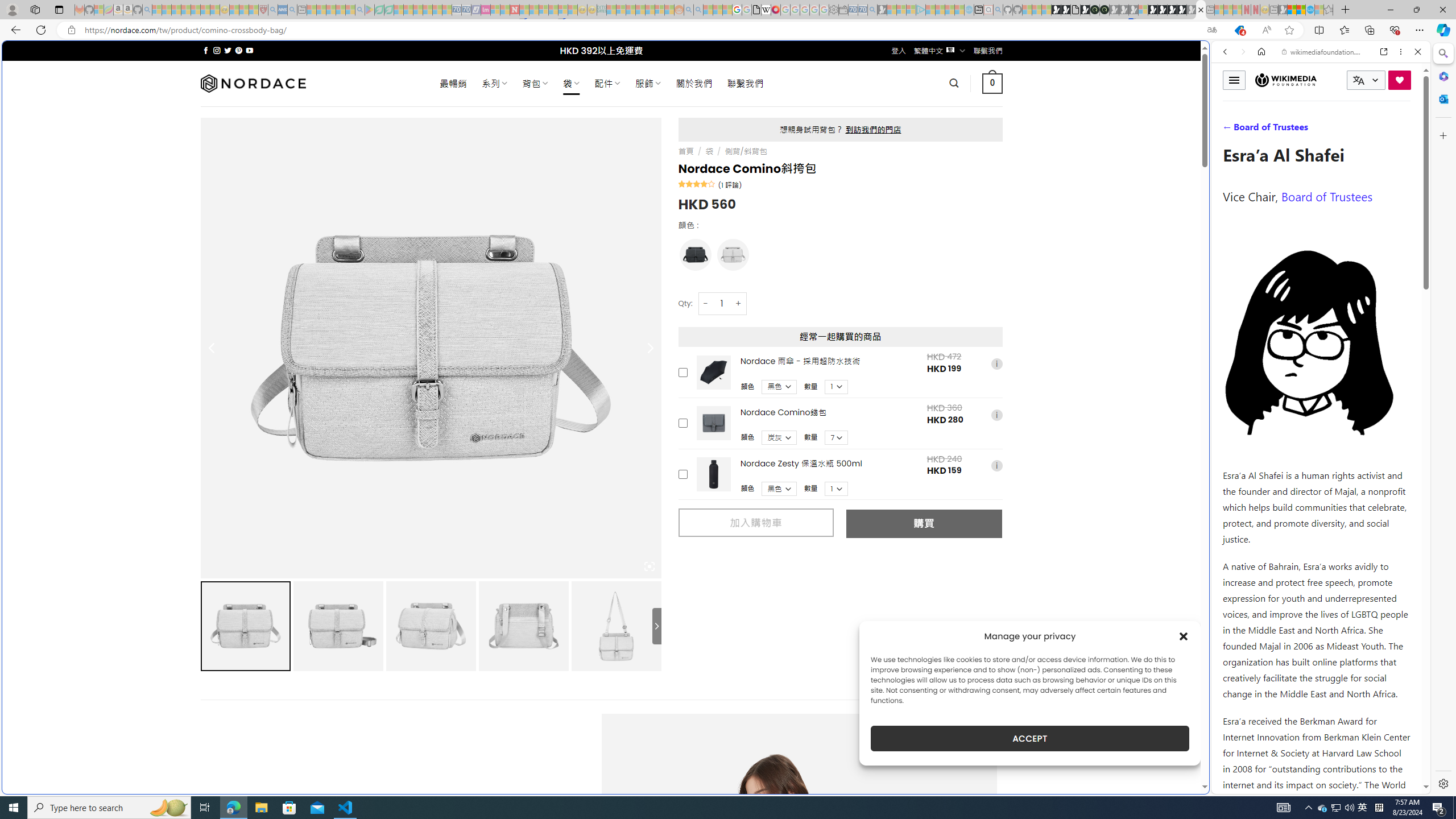  I want to click on 'Play Zoo Boom in your browser | Games from Microsoft Start', so click(1065, 9).